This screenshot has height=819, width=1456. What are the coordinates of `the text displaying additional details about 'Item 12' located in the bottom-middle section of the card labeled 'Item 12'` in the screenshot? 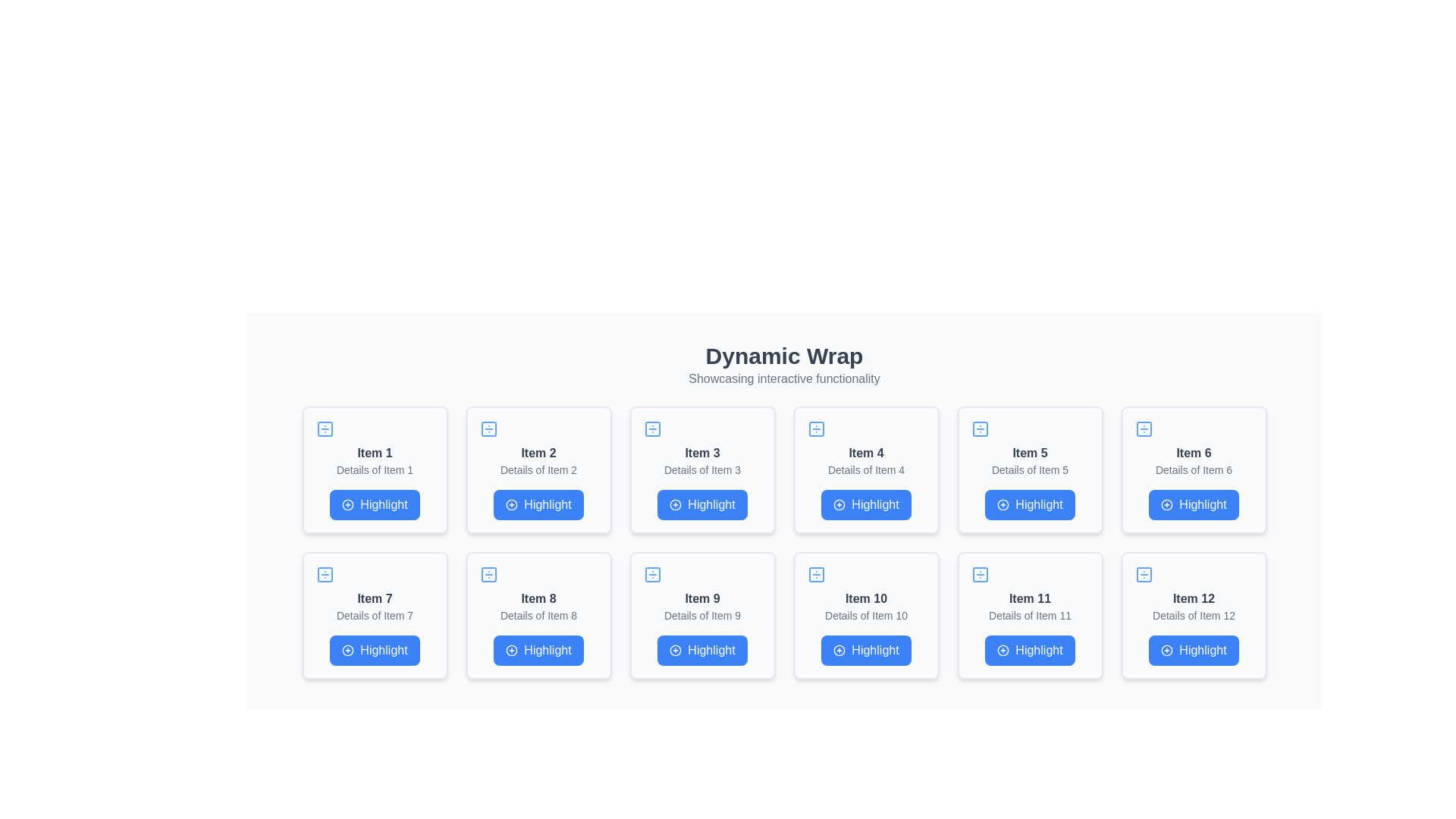 It's located at (1193, 616).